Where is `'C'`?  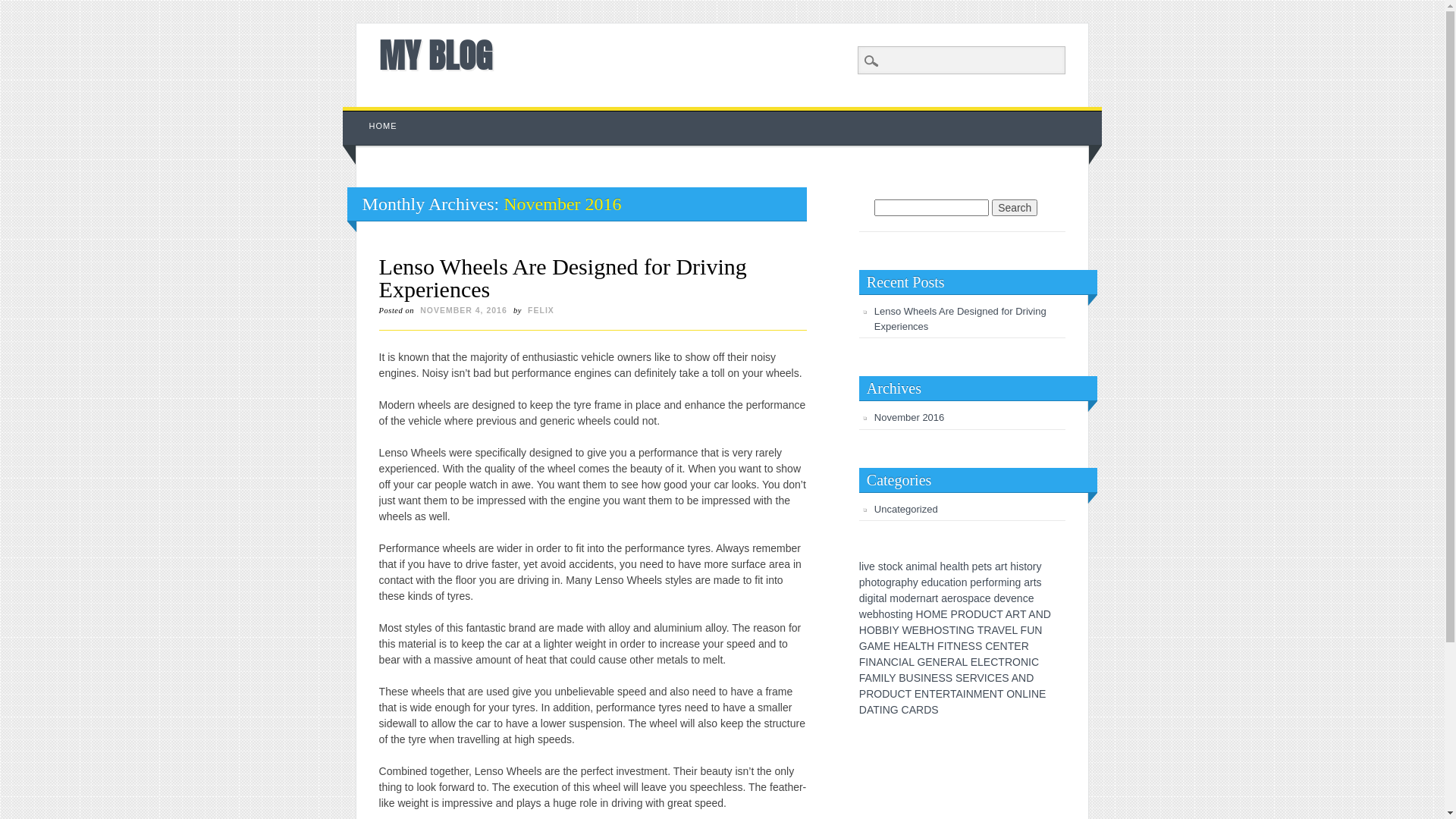
'C' is located at coordinates (900, 693).